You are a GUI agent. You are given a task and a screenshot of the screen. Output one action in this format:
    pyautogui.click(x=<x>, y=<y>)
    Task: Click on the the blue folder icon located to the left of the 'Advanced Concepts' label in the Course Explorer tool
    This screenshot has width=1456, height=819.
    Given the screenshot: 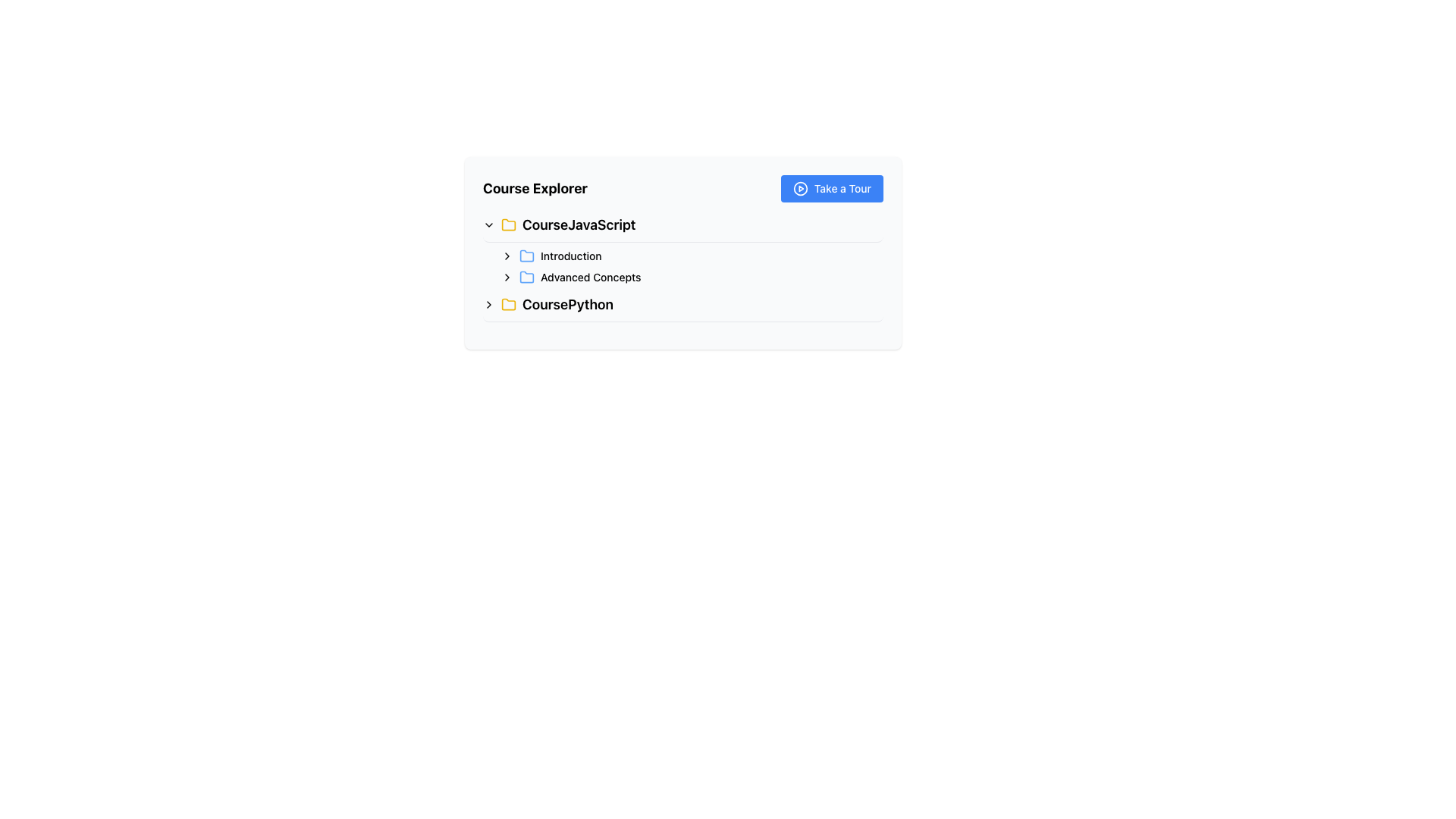 What is the action you would take?
    pyautogui.click(x=527, y=277)
    